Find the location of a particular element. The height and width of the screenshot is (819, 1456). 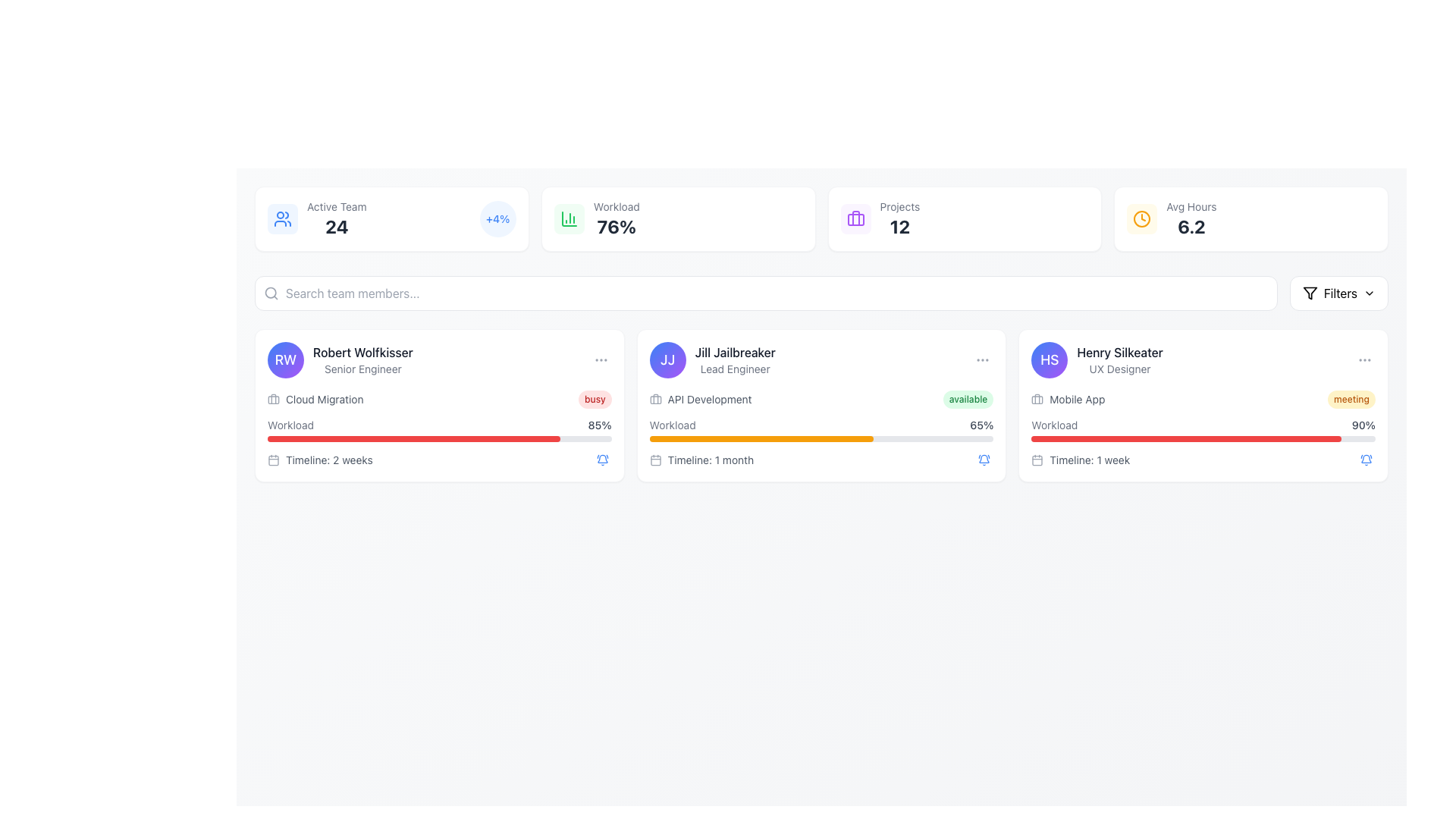

the Decorative SVG element, which is a rectangular shape with slightly rounded corners, serving as part of an icon set located in the header section of the UI is located at coordinates (655, 399).